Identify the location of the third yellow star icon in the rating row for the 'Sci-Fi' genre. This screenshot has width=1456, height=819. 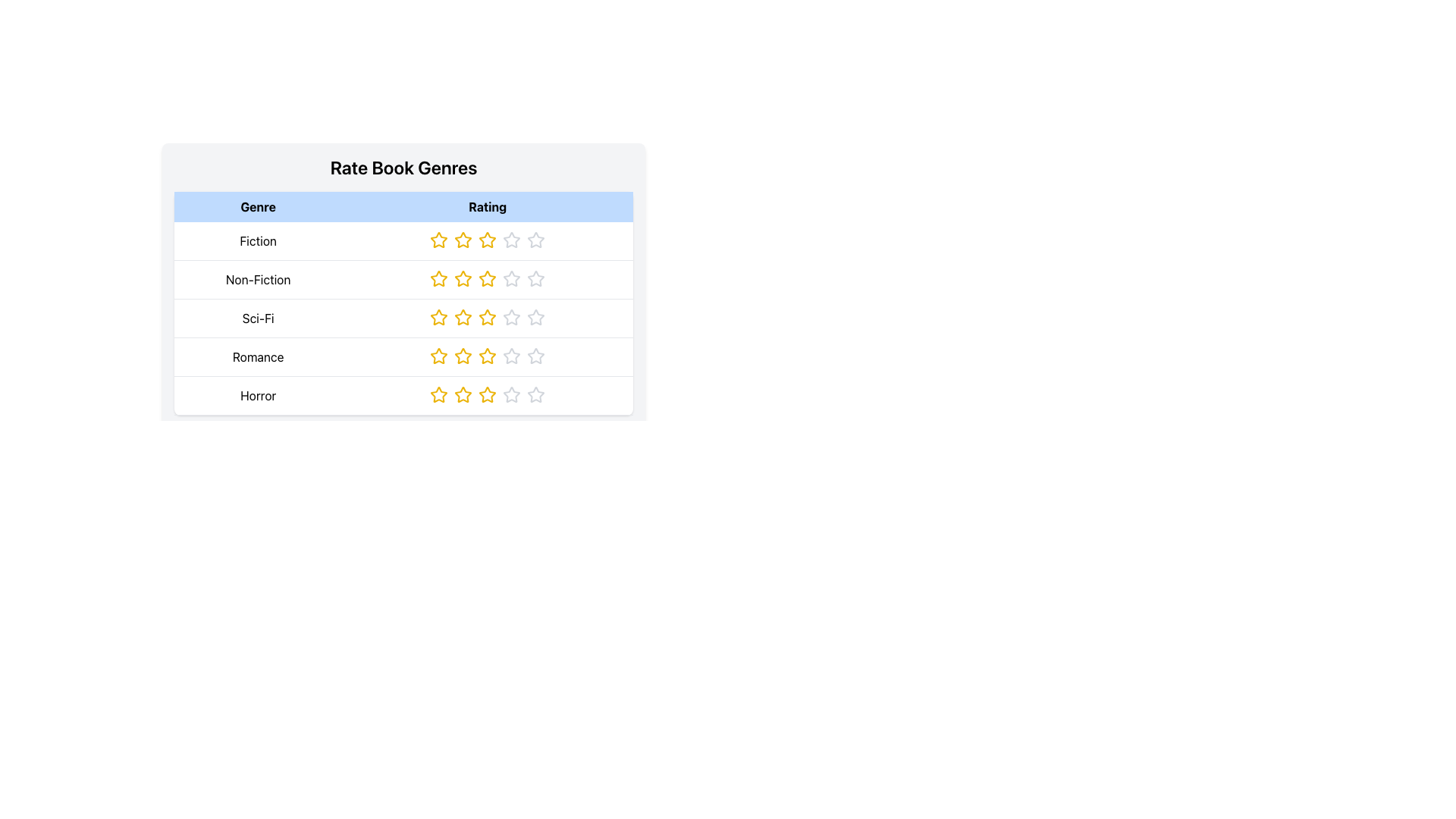
(463, 317).